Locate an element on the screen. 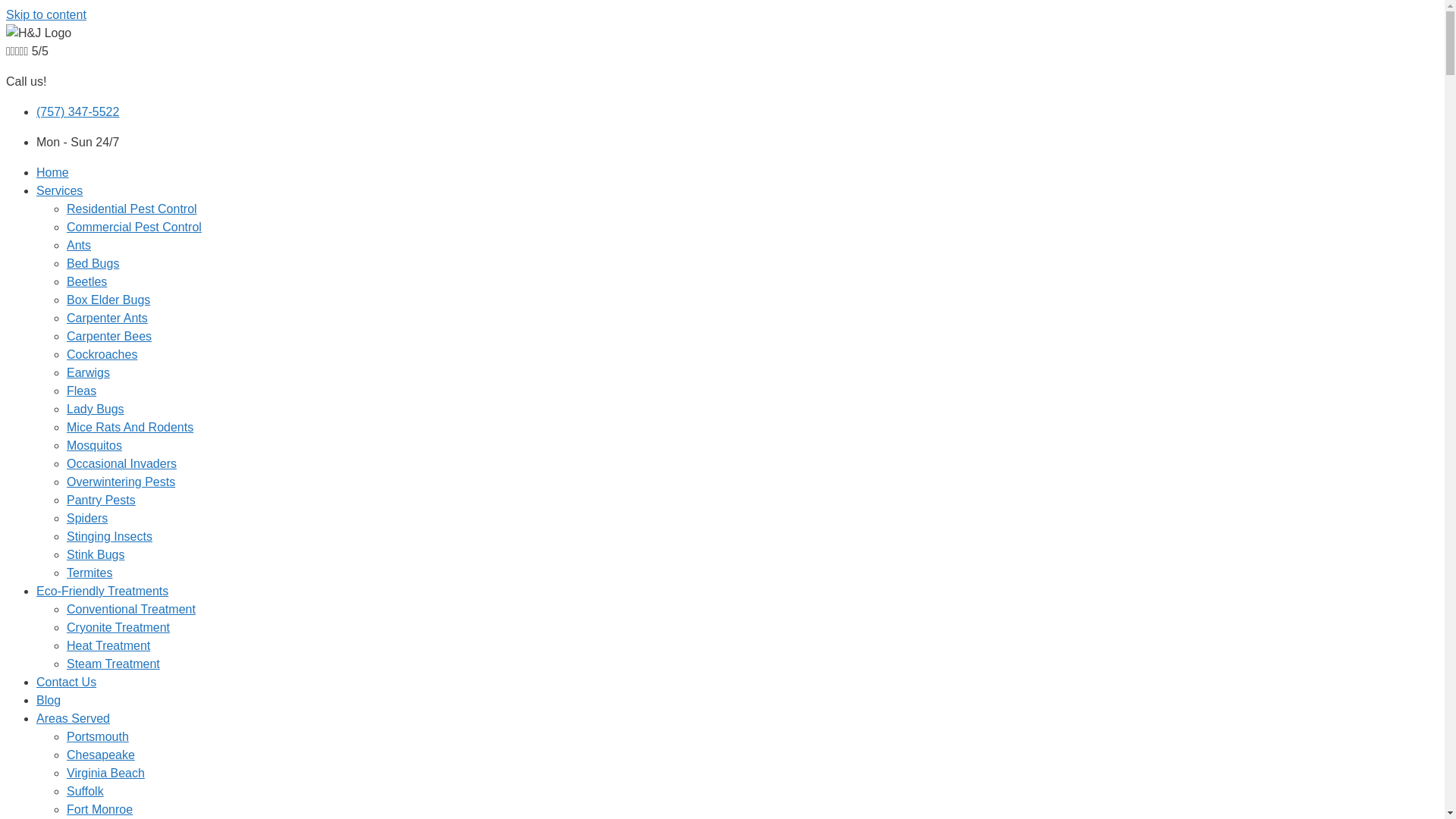  'Portsmouth' is located at coordinates (97, 736).